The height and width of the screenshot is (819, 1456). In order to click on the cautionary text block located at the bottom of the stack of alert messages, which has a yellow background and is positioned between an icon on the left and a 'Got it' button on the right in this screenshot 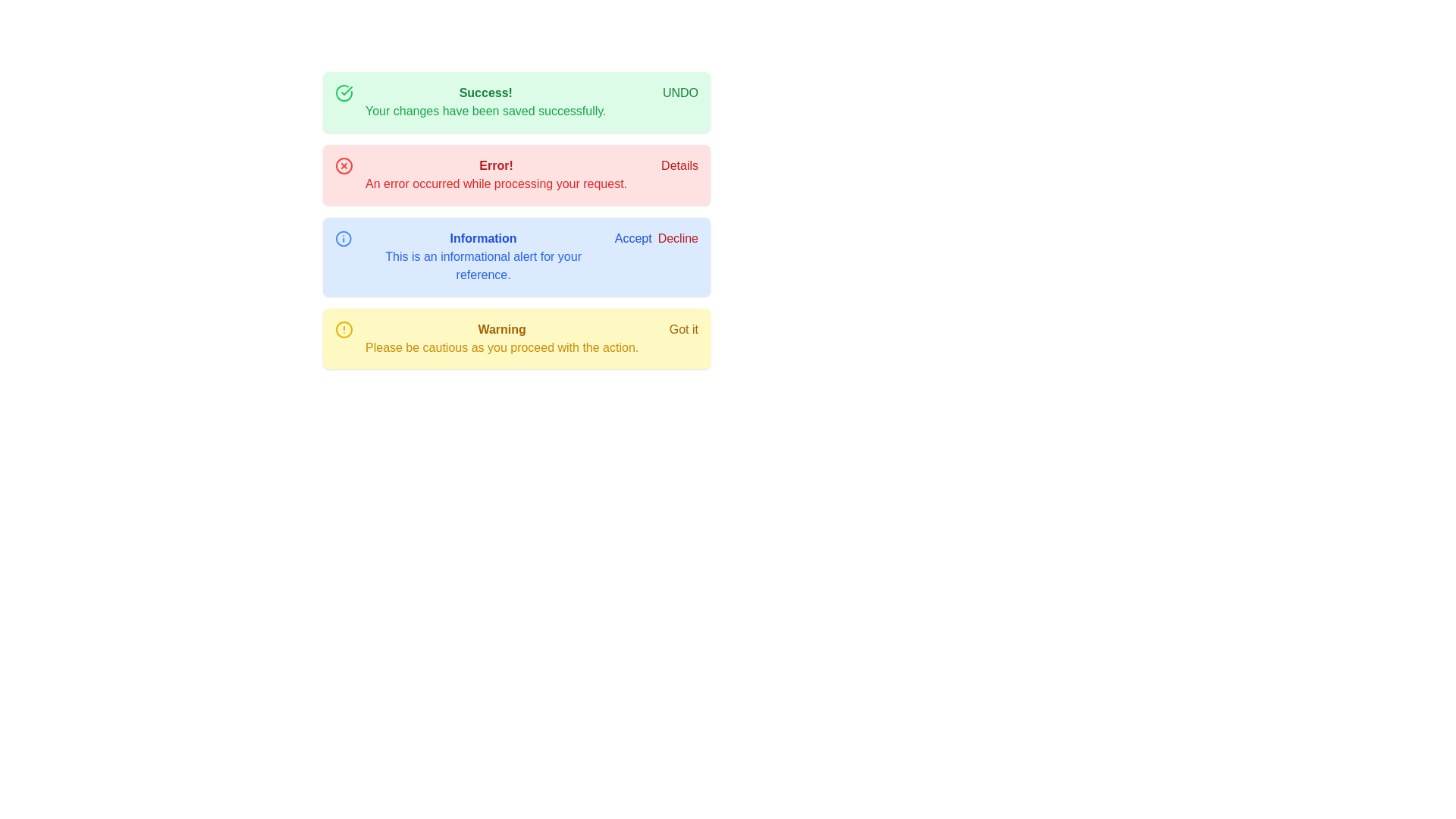, I will do `click(502, 338)`.